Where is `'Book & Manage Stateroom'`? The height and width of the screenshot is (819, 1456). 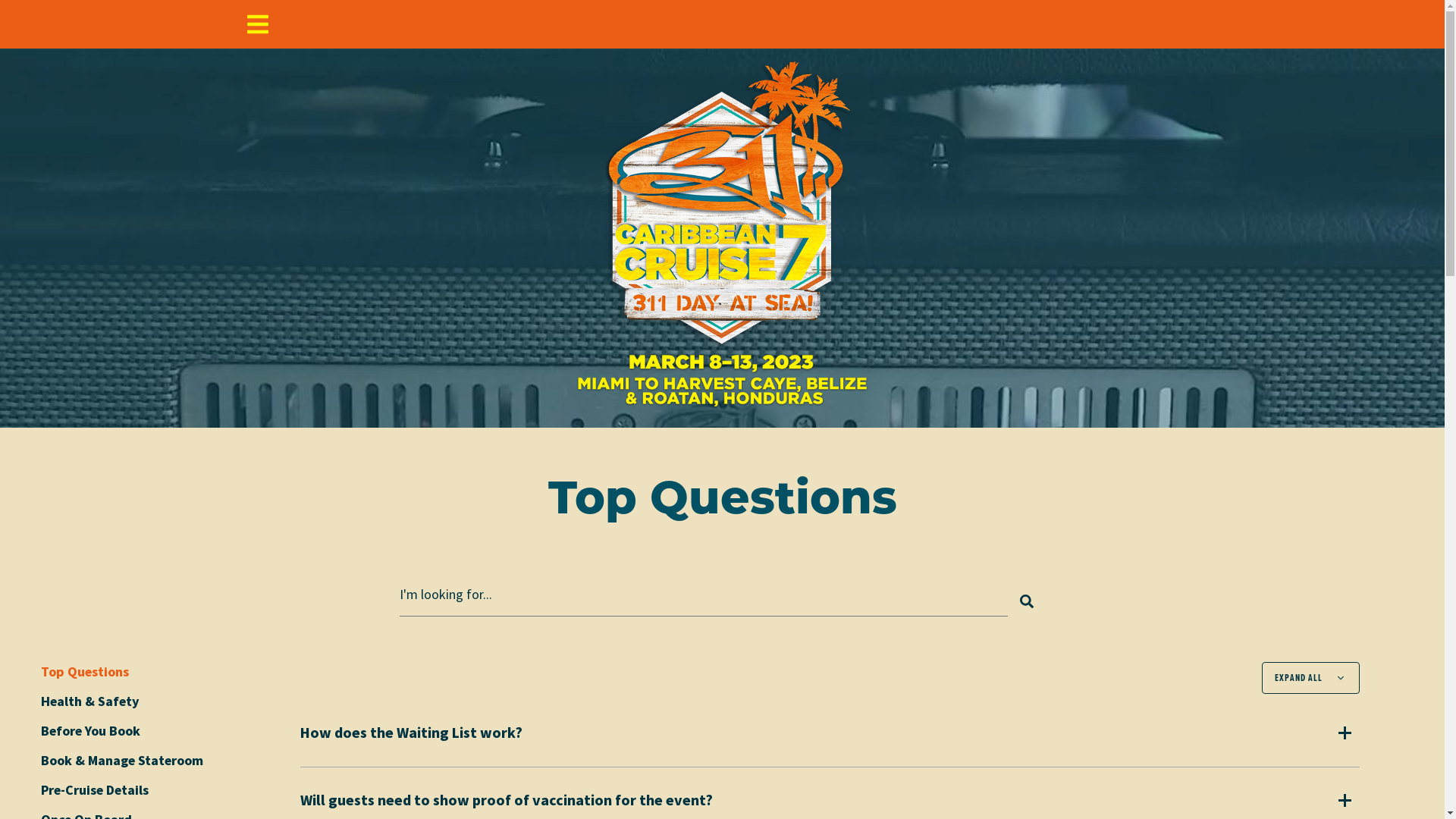
'Book & Manage Stateroom' is located at coordinates (122, 761).